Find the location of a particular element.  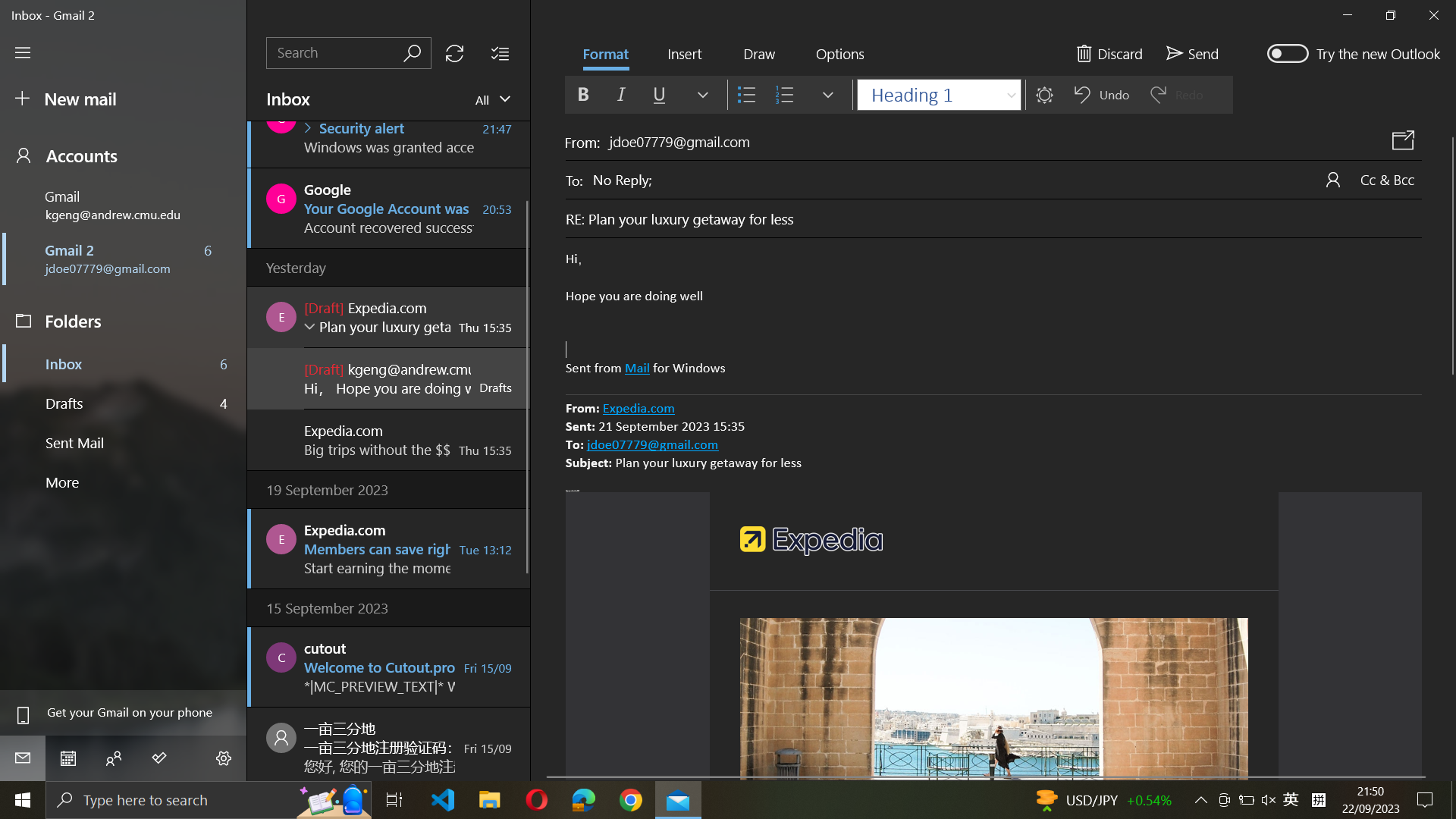

Change the recipient of the email to "xyz@example.com is located at coordinates (1007, 177).